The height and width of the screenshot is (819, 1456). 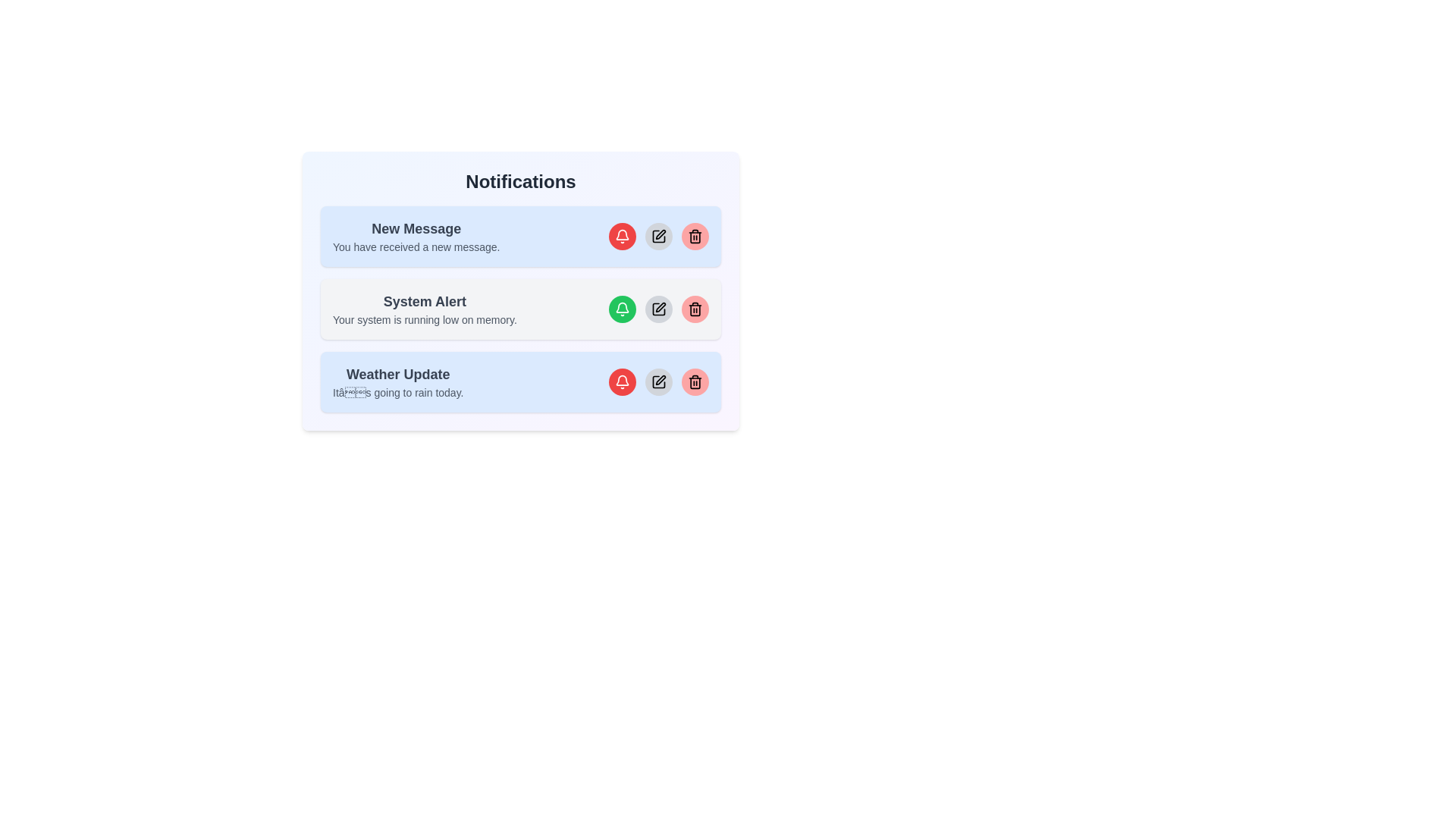 What do you see at coordinates (658, 237) in the screenshot?
I see `the edit button for the notification titled 'New Message'` at bounding box center [658, 237].